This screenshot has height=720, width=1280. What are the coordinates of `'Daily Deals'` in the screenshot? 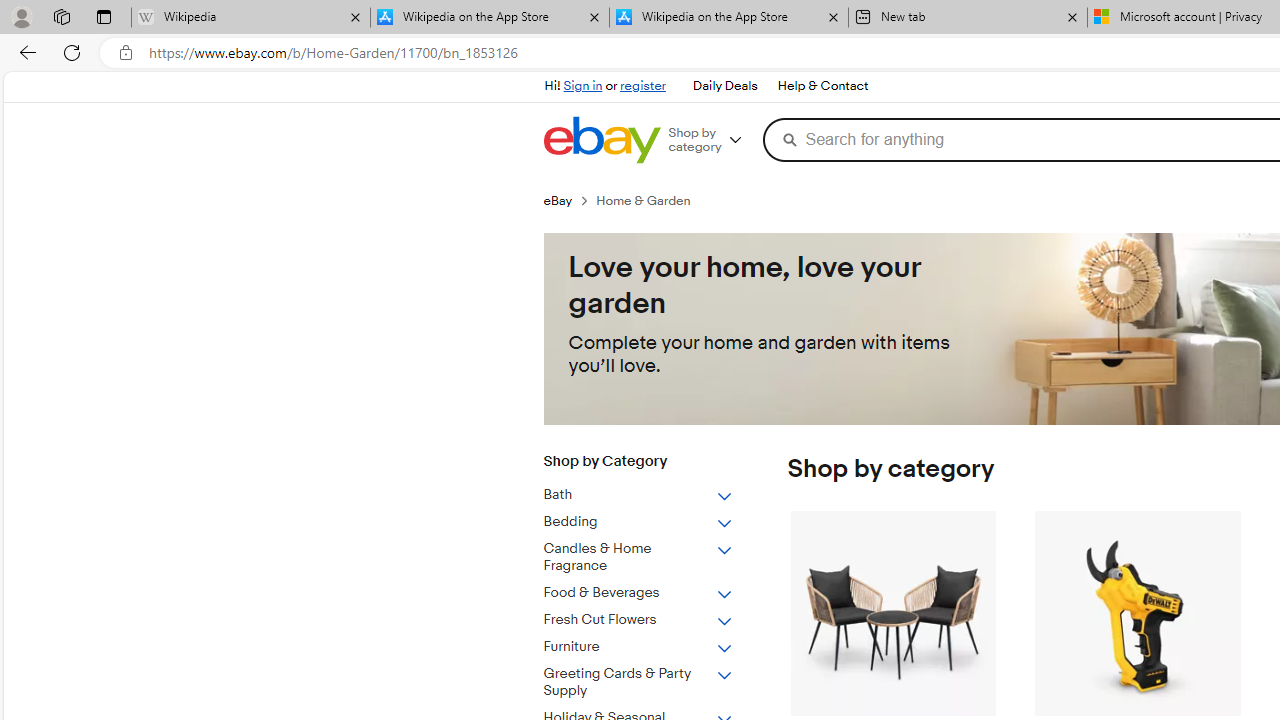 It's located at (724, 86).